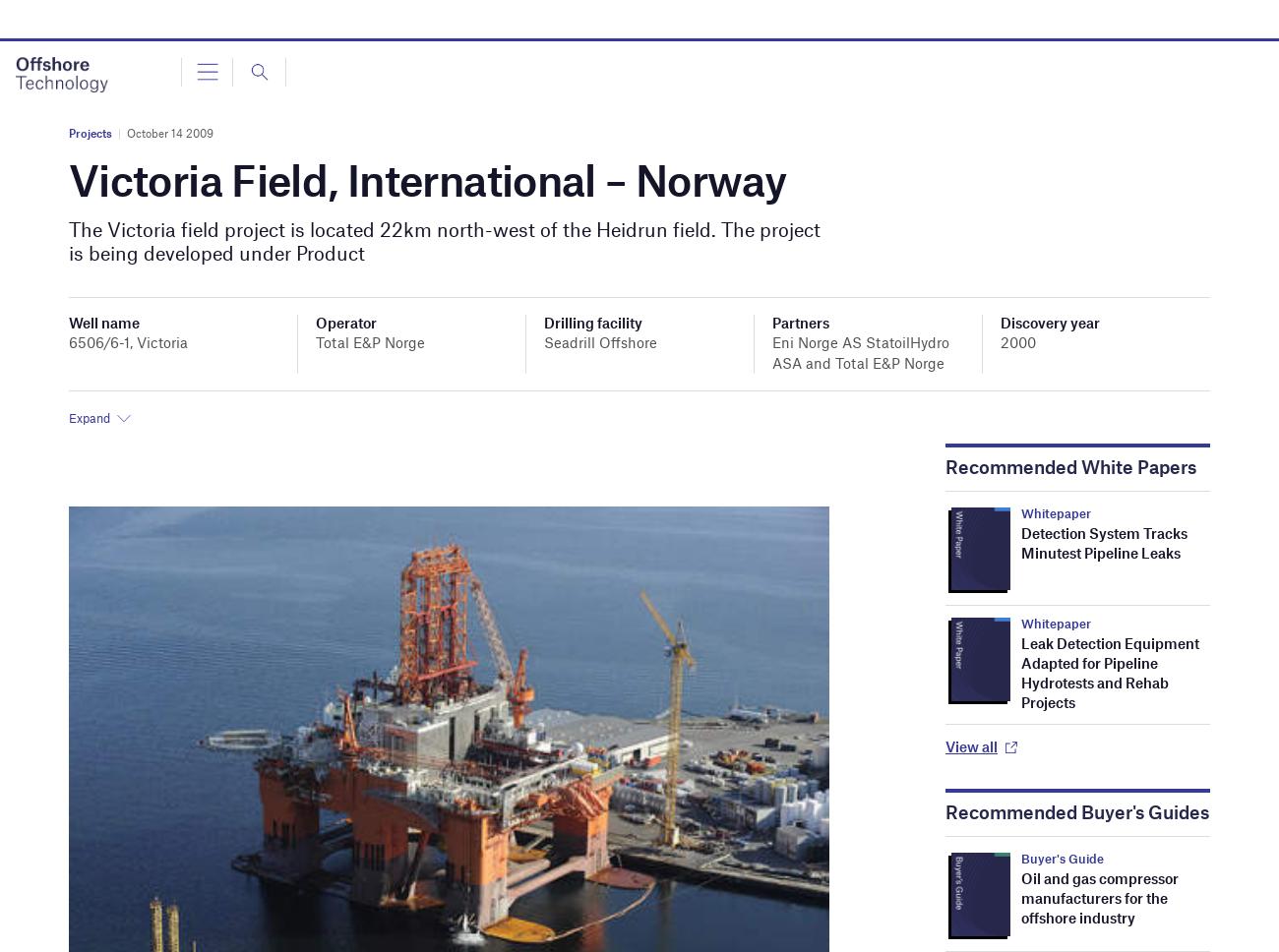  What do you see at coordinates (52, 228) in the screenshot?
I see `'Patents'` at bounding box center [52, 228].